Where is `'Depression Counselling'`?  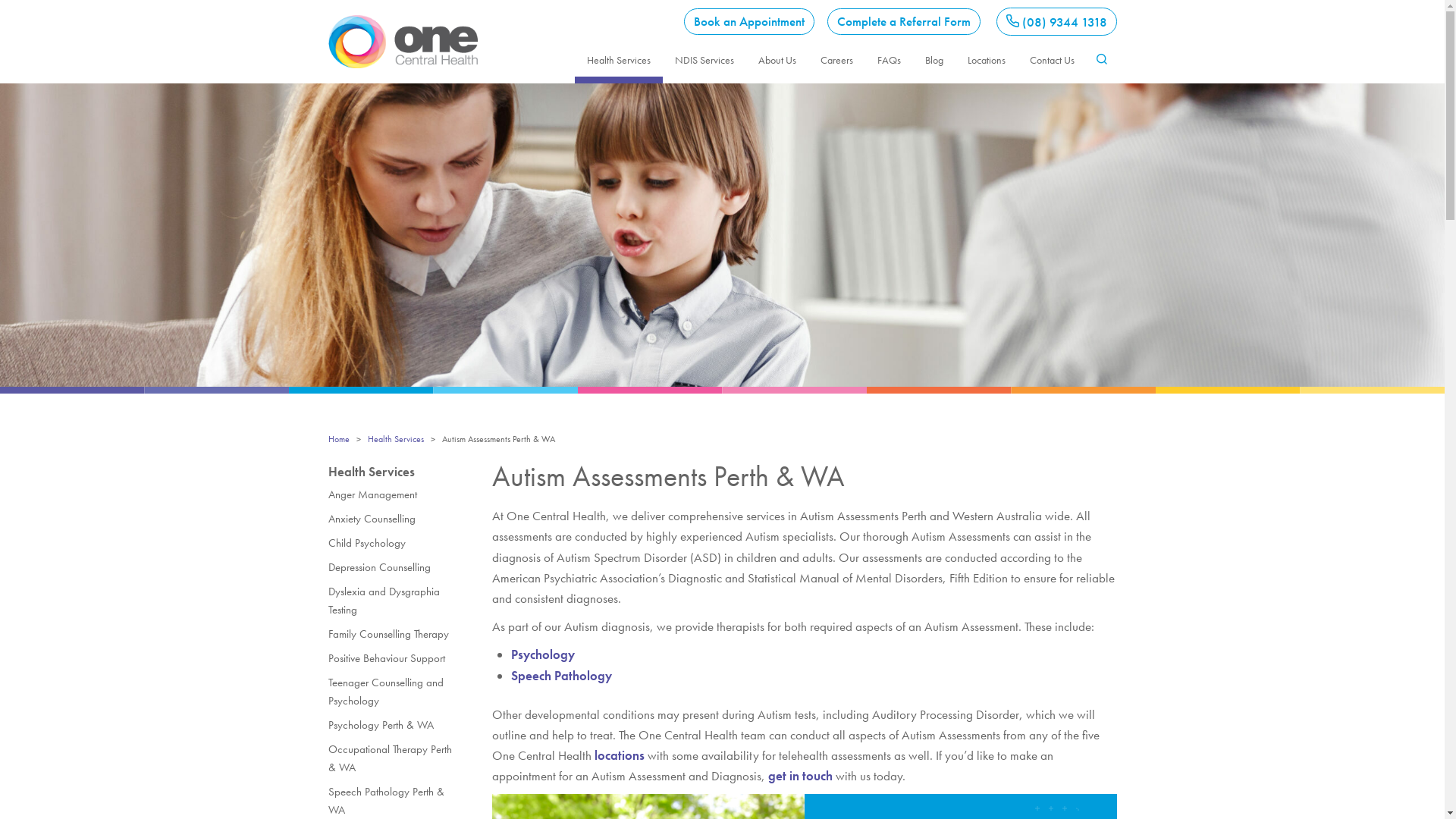 'Depression Counselling' is located at coordinates (327, 567).